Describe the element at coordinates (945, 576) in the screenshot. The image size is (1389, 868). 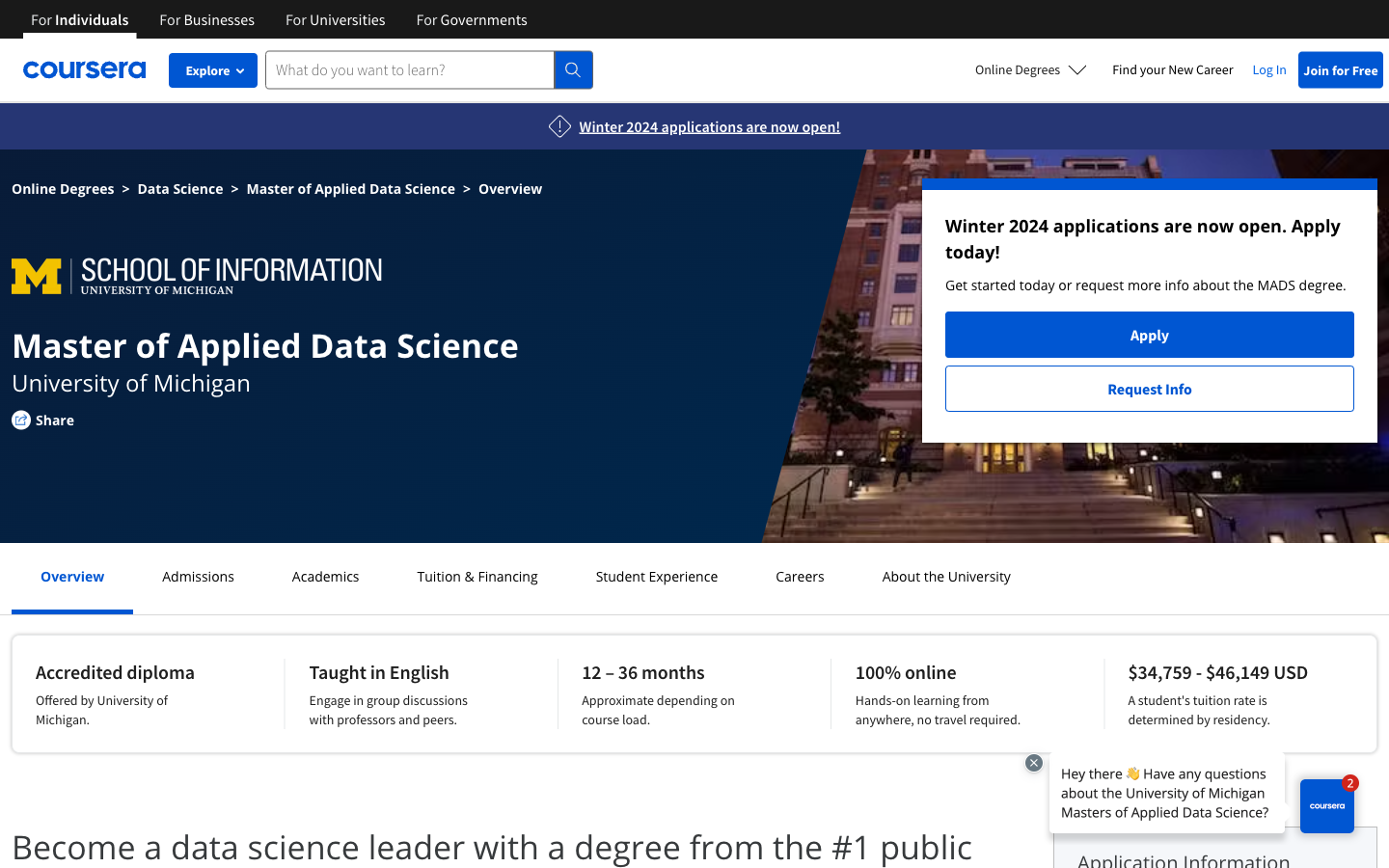
I see `Gather information about the university` at that location.